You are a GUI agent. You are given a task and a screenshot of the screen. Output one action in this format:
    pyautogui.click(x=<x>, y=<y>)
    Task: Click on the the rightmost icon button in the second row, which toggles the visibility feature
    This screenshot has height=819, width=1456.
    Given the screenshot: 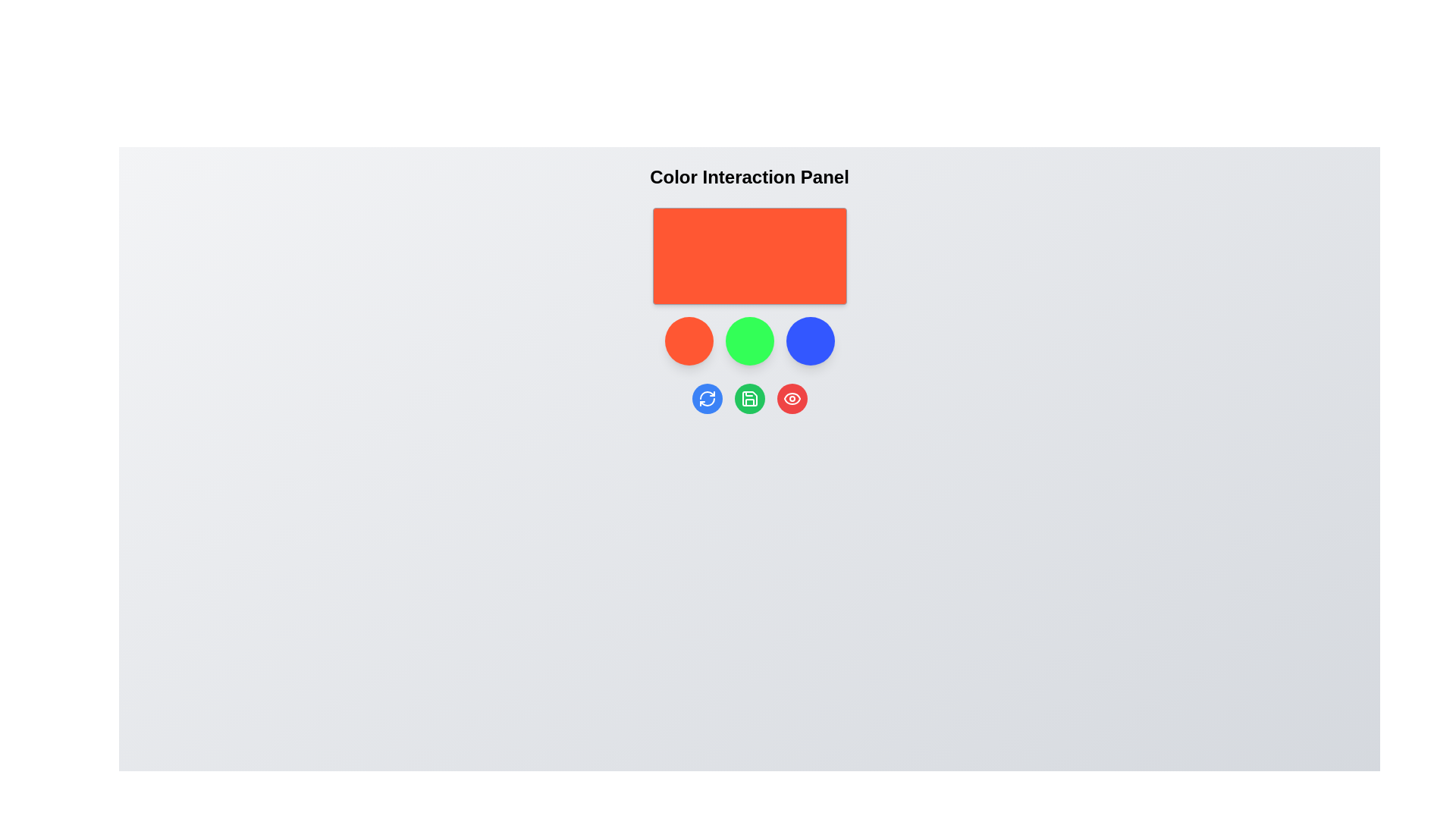 What is the action you would take?
    pyautogui.click(x=791, y=397)
    